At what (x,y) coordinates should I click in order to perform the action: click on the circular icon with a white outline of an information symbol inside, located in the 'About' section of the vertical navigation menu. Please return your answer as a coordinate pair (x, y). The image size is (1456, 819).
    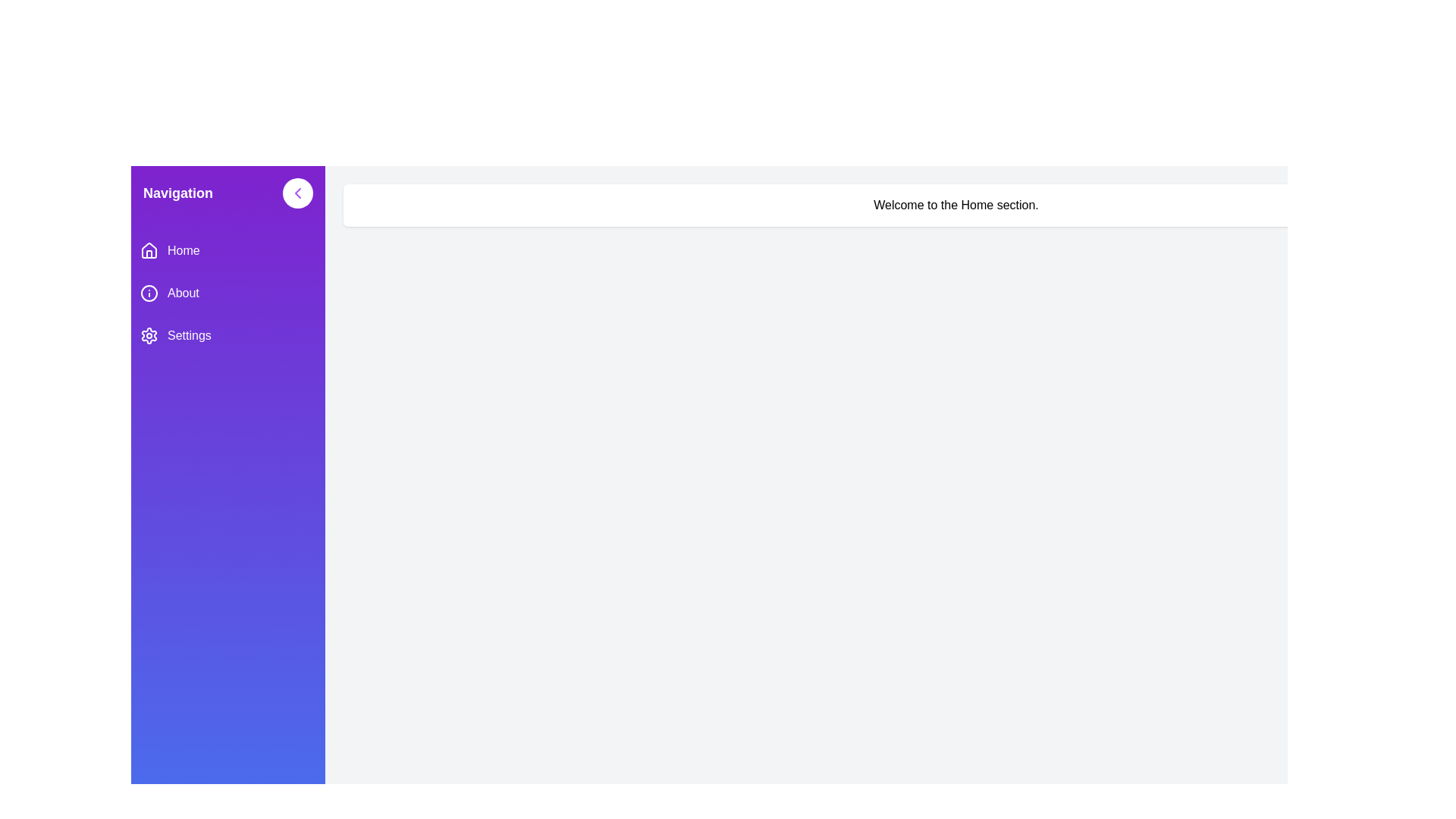
    Looking at the image, I should click on (149, 293).